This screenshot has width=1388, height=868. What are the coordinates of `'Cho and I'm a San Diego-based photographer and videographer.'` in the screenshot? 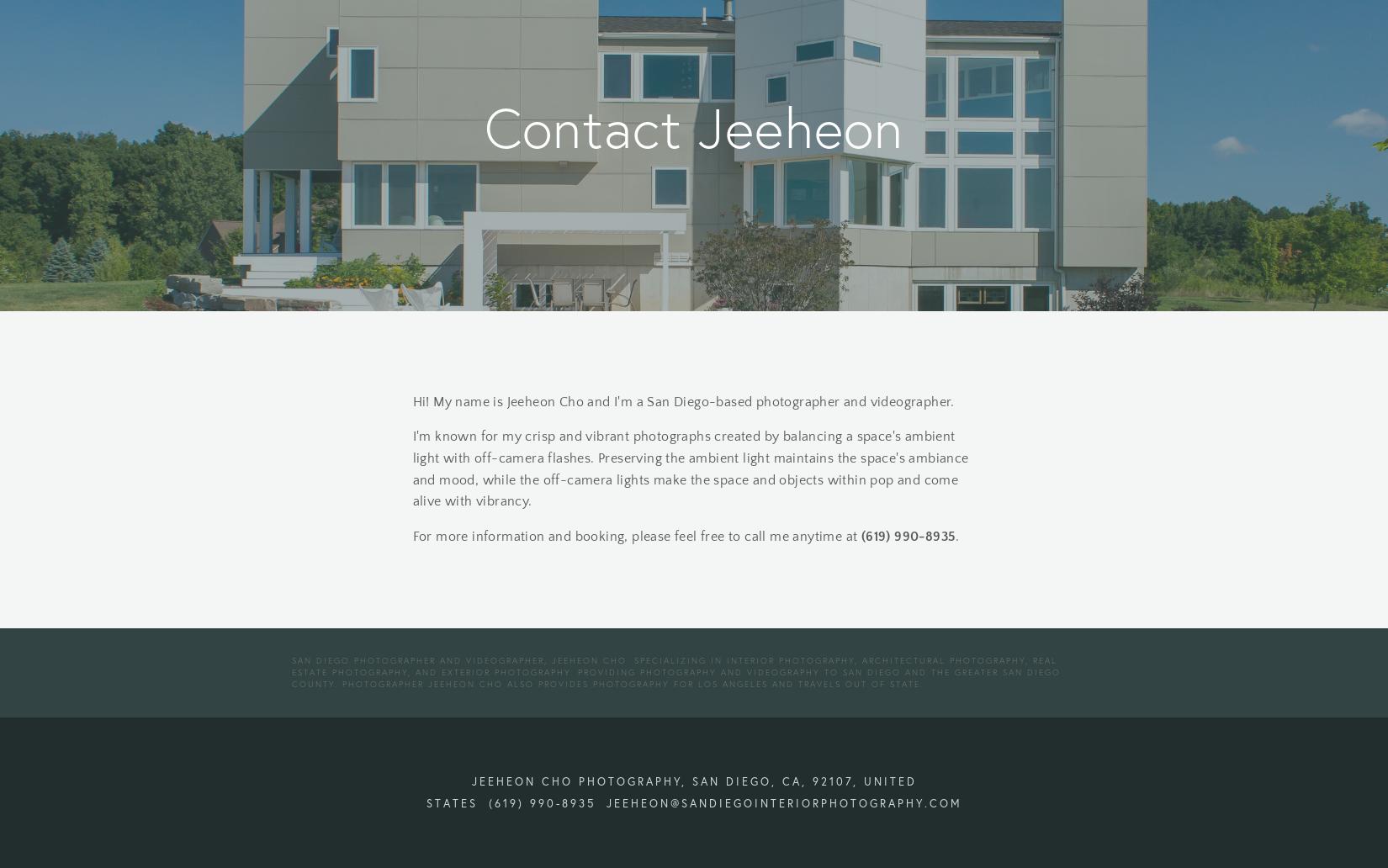 It's located at (755, 400).